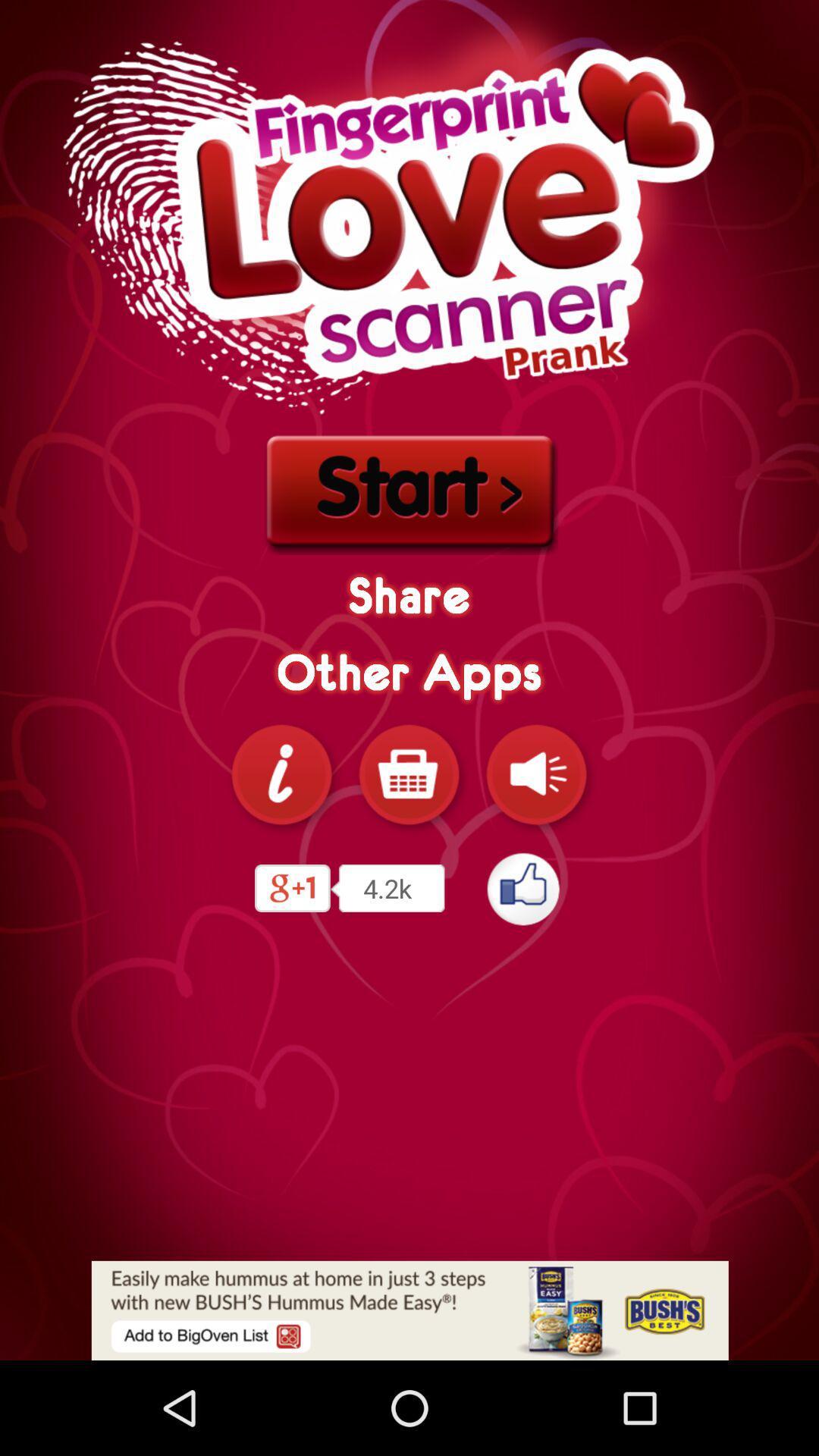  What do you see at coordinates (536, 774) in the screenshot?
I see `tag the sound` at bounding box center [536, 774].